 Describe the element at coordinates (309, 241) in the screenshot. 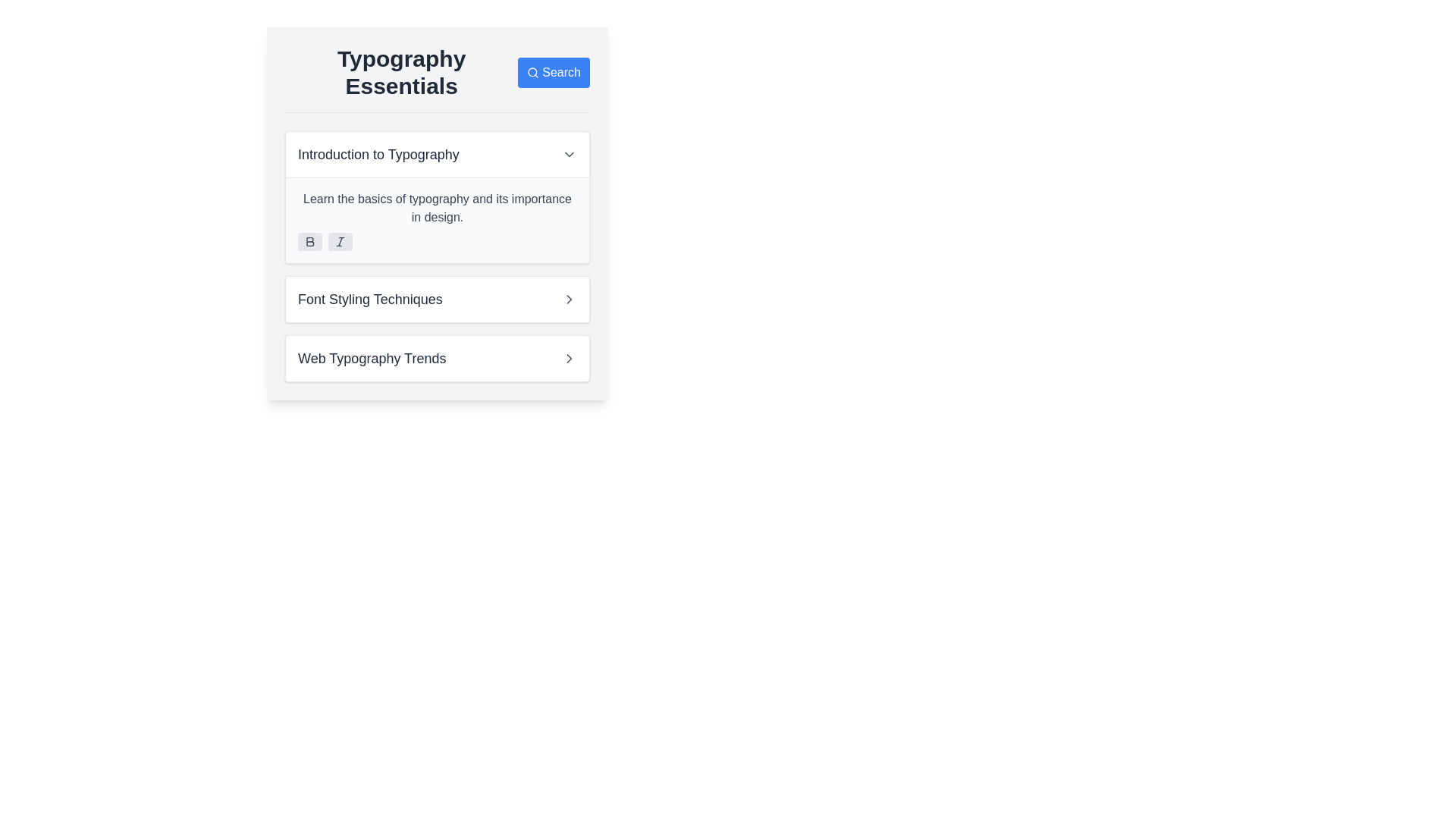

I see `the gray button with a bold 'B' icon to apply bold formatting, located under the 'Introduction to Typography' section` at that location.